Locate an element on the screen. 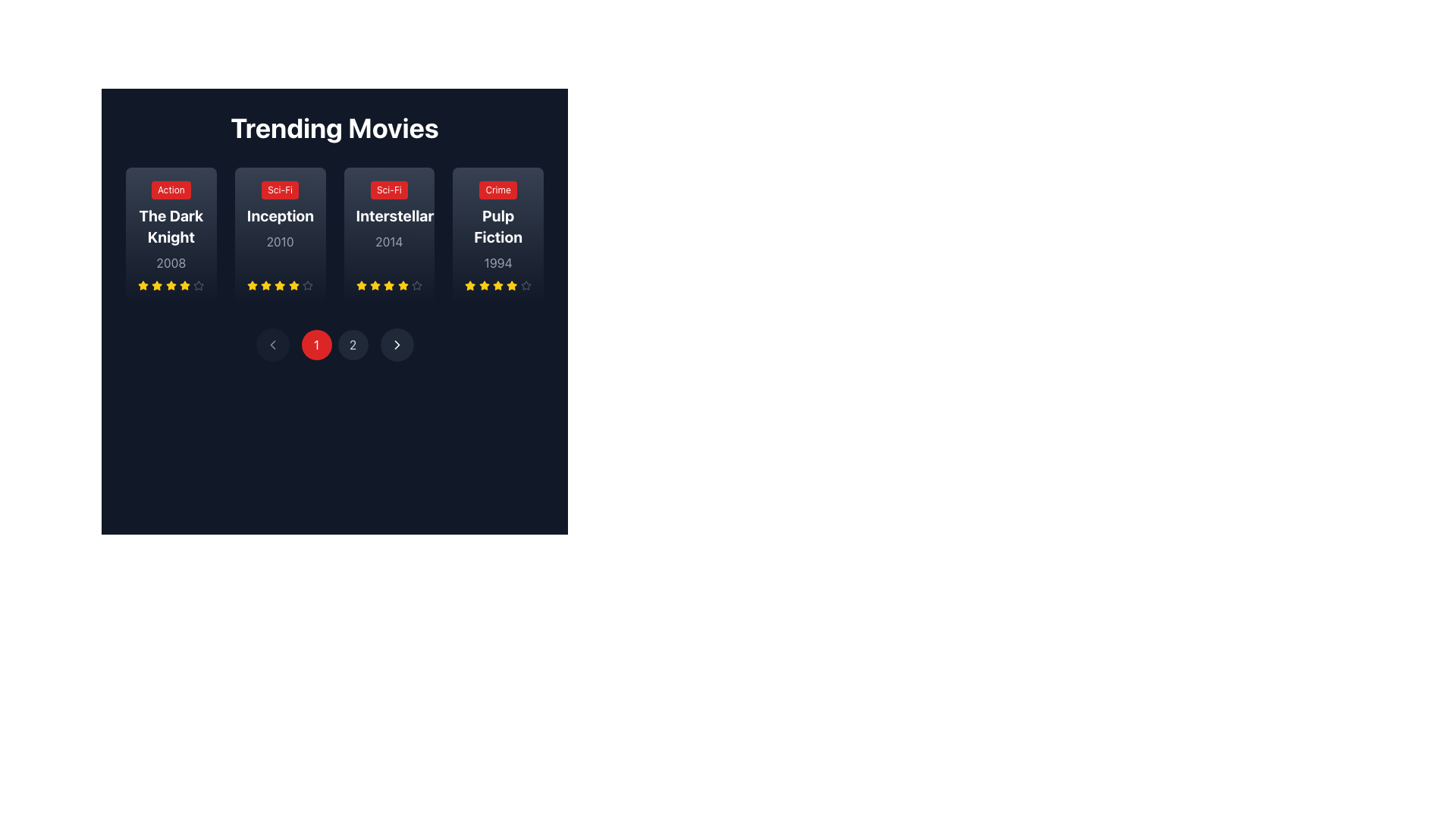 Image resolution: width=1456 pixels, height=819 pixels. the fourth star icon in the Trending Movies section under The Dark Knight card to rate it is located at coordinates (184, 285).